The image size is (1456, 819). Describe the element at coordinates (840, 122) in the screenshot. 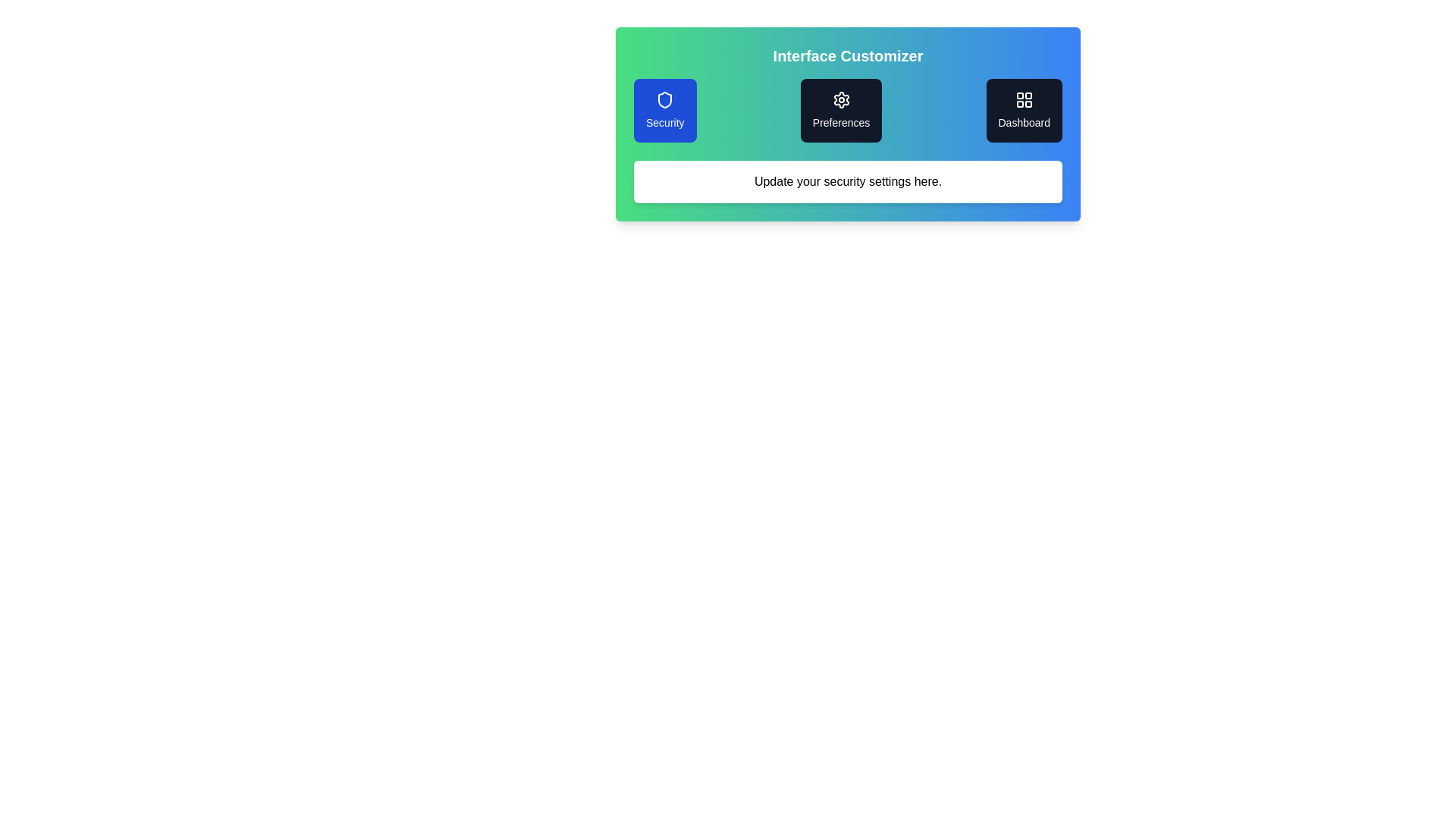

I see `the 'Preferences' text label, which is styled with the class 'mt-2 text-sm' and located below a settings icon within a dark rectangular card` at that location.